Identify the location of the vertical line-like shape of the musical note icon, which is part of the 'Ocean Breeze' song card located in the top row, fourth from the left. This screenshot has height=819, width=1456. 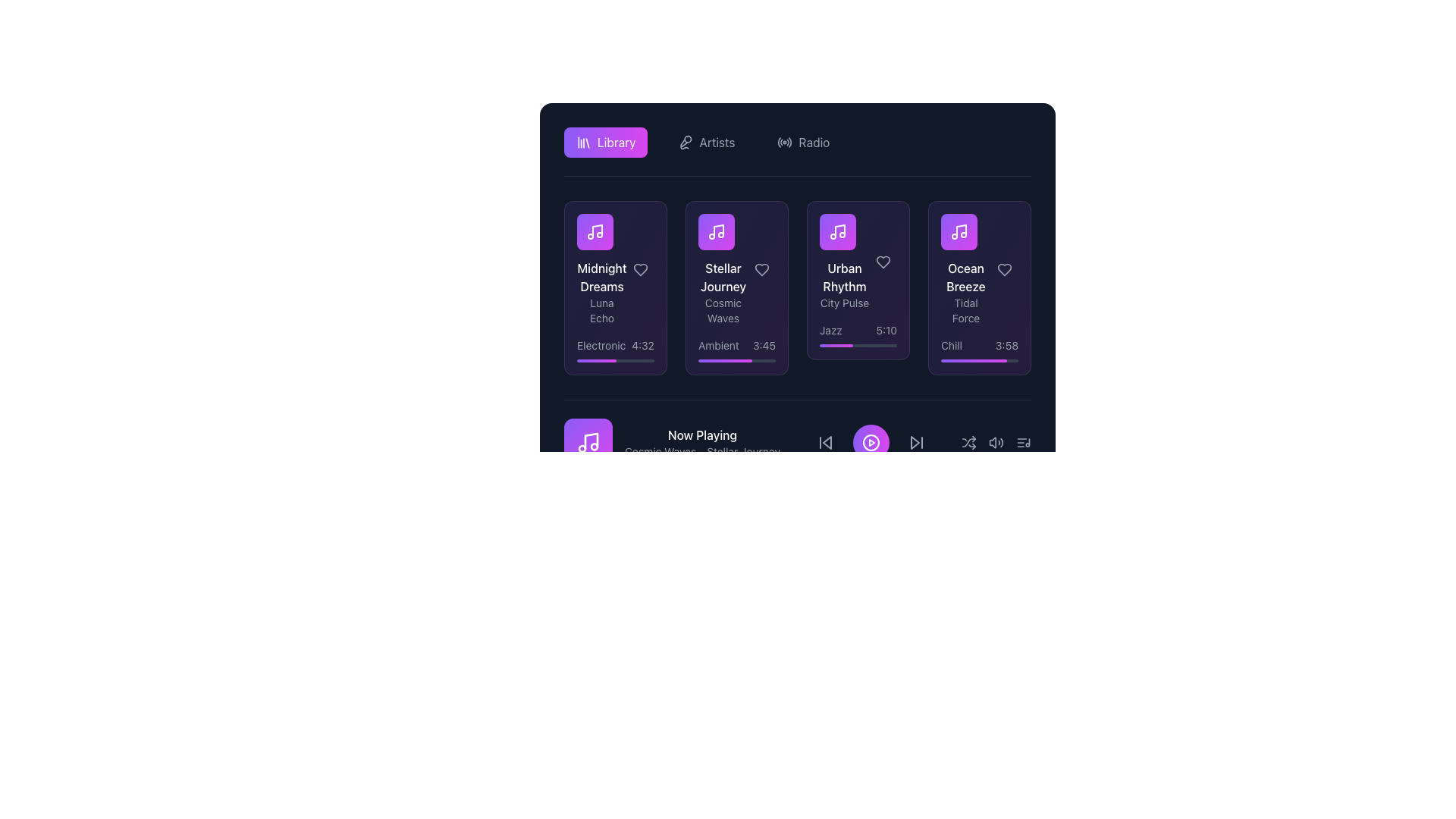
(960, 231).